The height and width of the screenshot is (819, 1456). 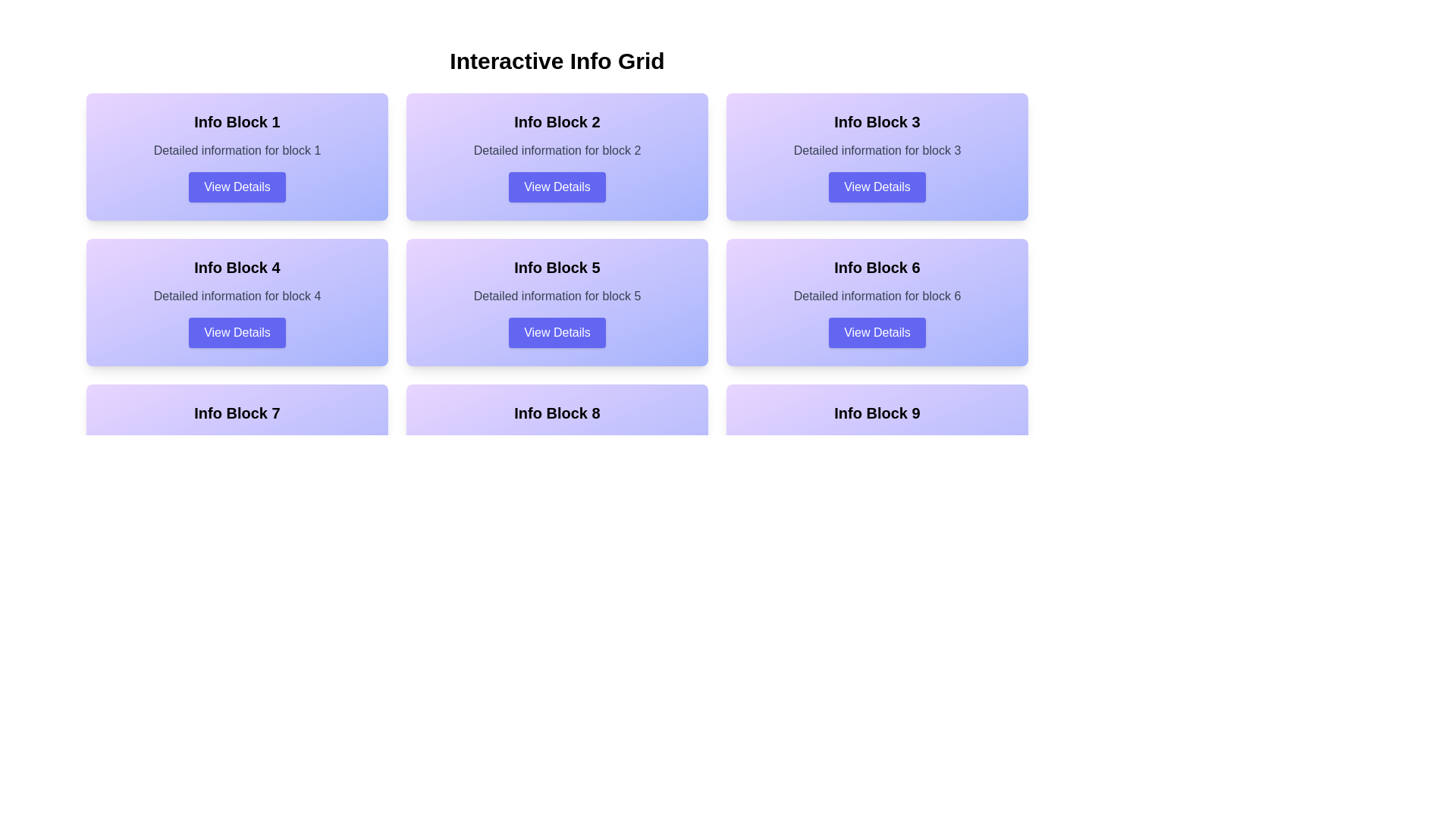 I want to click on the SVG circle element located in the top-right corner of 'Info Block 2' in the interactive grid layout, so click(x=694, y=106).